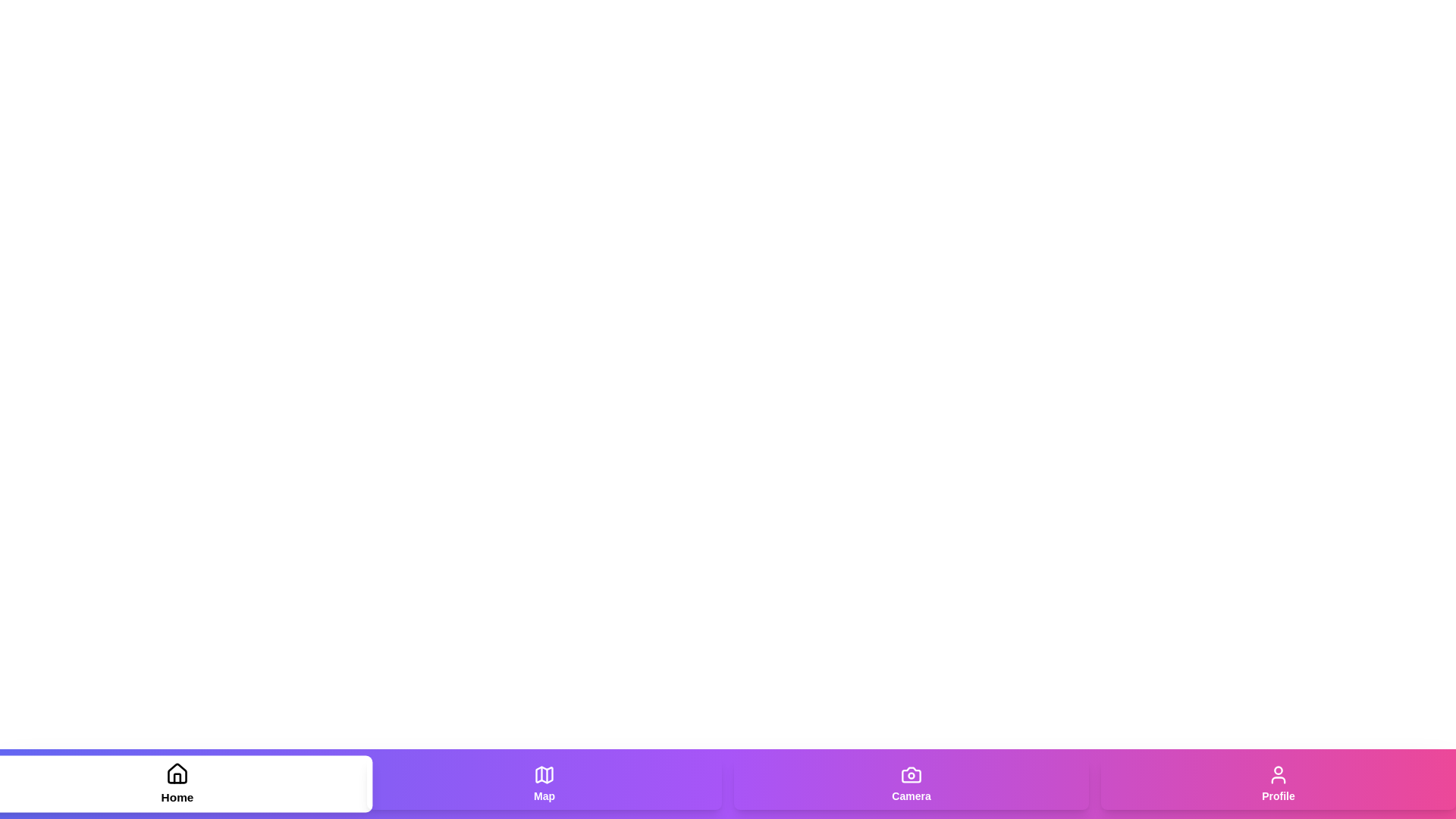  What do you see at coordinates (910, 783) in the screenshot?
I see `the Camera tab to navigate to its section` at bounding box center [910, 783].